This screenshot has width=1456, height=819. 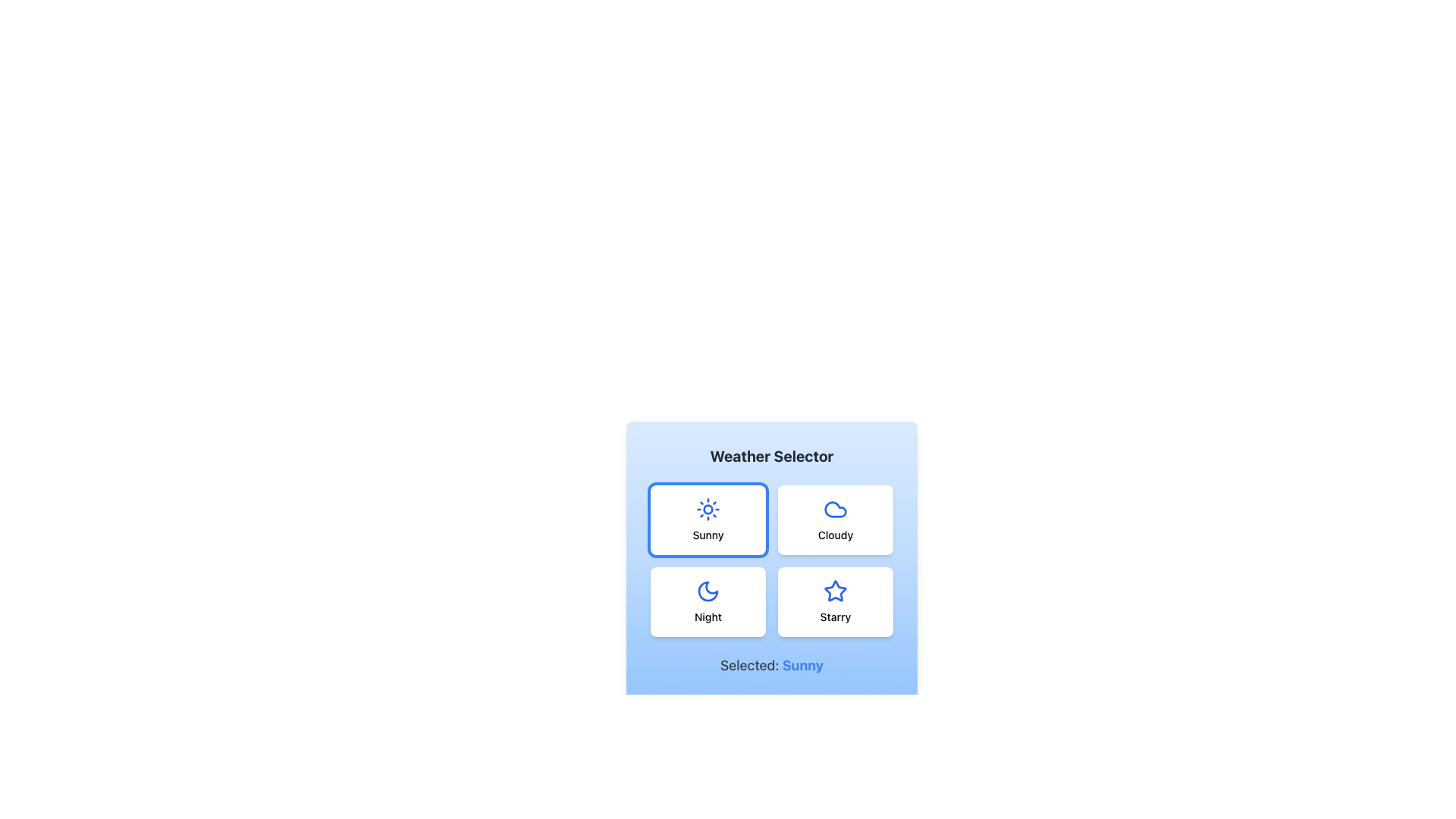 What do you see at coordinates (835, 617) in the screenshot?
I see `the 'Starry' text label located inside the 'Starry' button in the bottom-right quadrant of the interface` at bounding box center [835, 617].